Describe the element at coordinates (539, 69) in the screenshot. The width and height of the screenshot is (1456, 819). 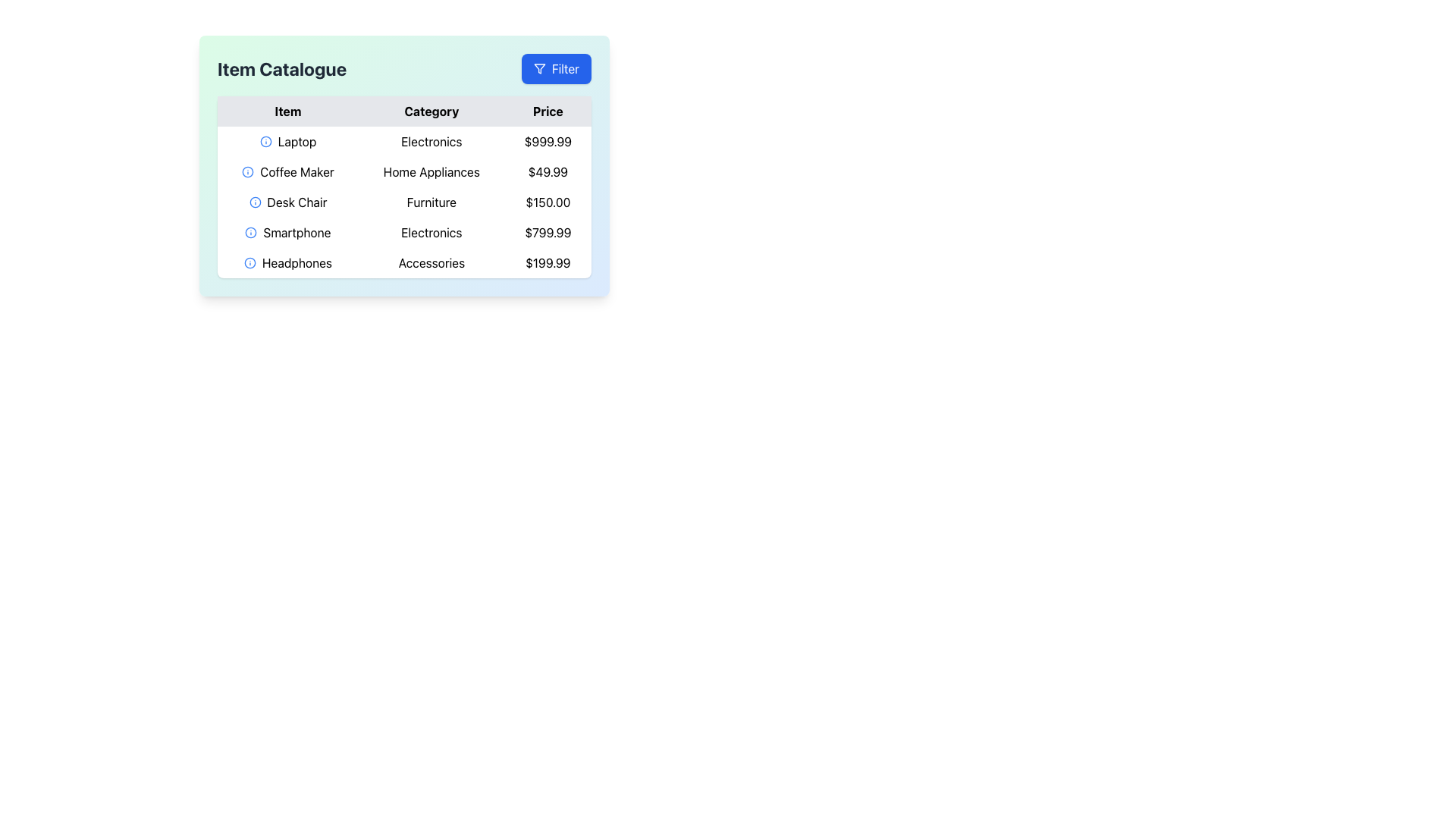
I see `the funnel outline icon located at the center of the blue rectangular 'Filter' button in the top-right corner of the item table section` at that location.